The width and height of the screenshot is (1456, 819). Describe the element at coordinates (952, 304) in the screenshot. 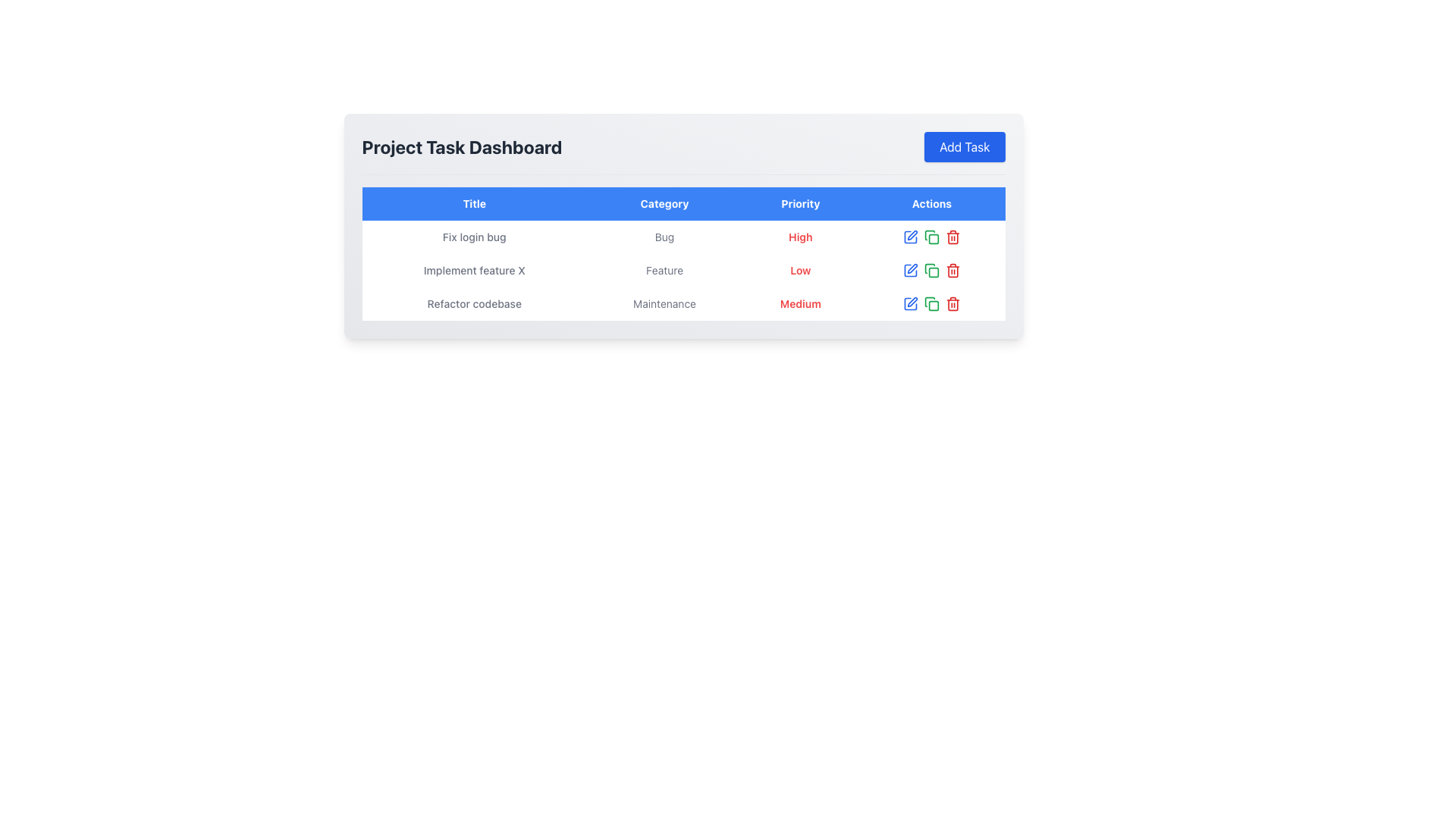

I see `the red trashcan icon button in the 'Actions' column of the table row for the 'Maintenance' category and 'Medium' priority` at that location.